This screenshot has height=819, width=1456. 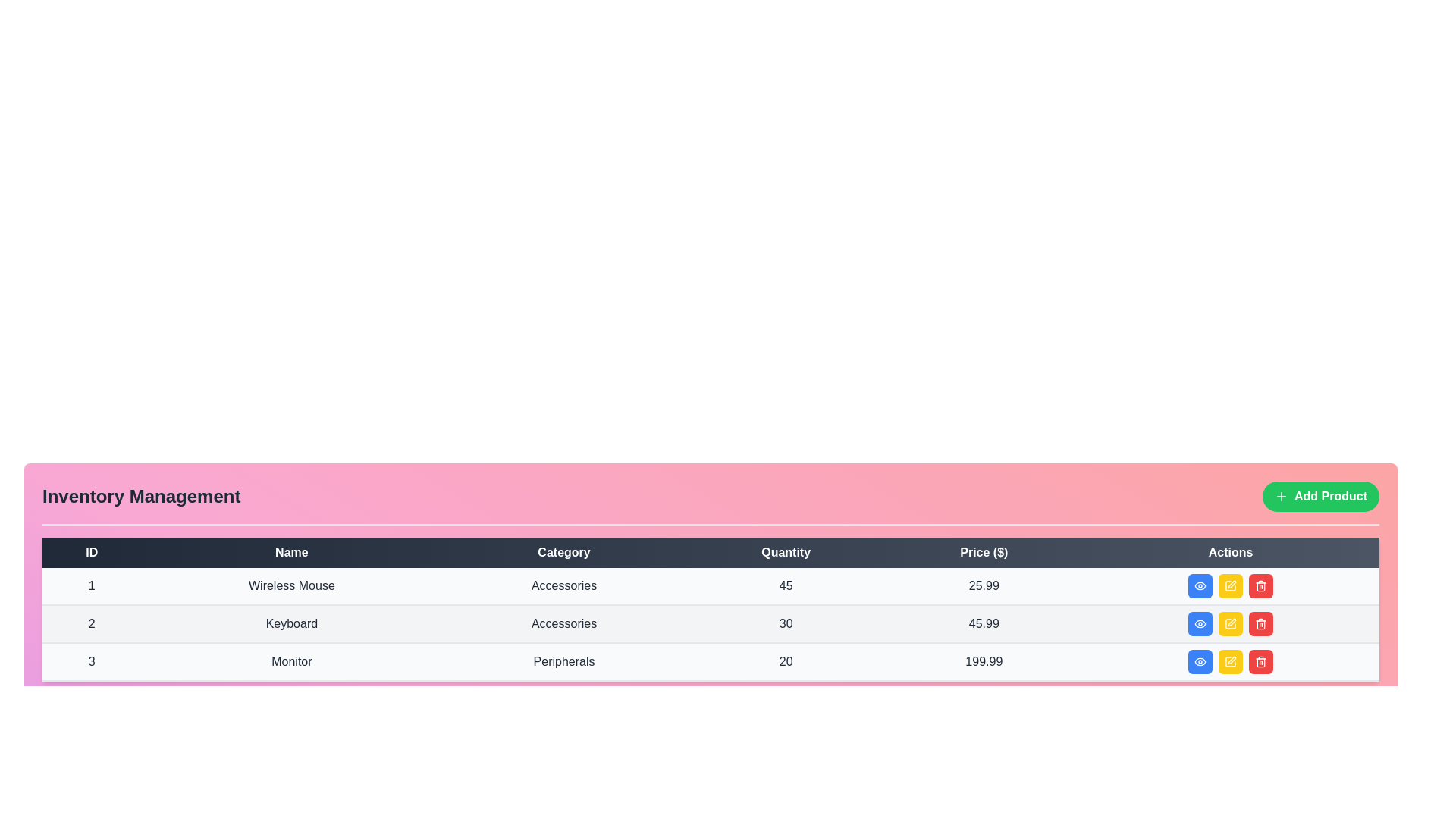 I want to click on the pen-shaped icon with a yellow background in the actions column of the table corresponding to the product 'Monitor' to initiate editing, so click(x=1231, y=661).